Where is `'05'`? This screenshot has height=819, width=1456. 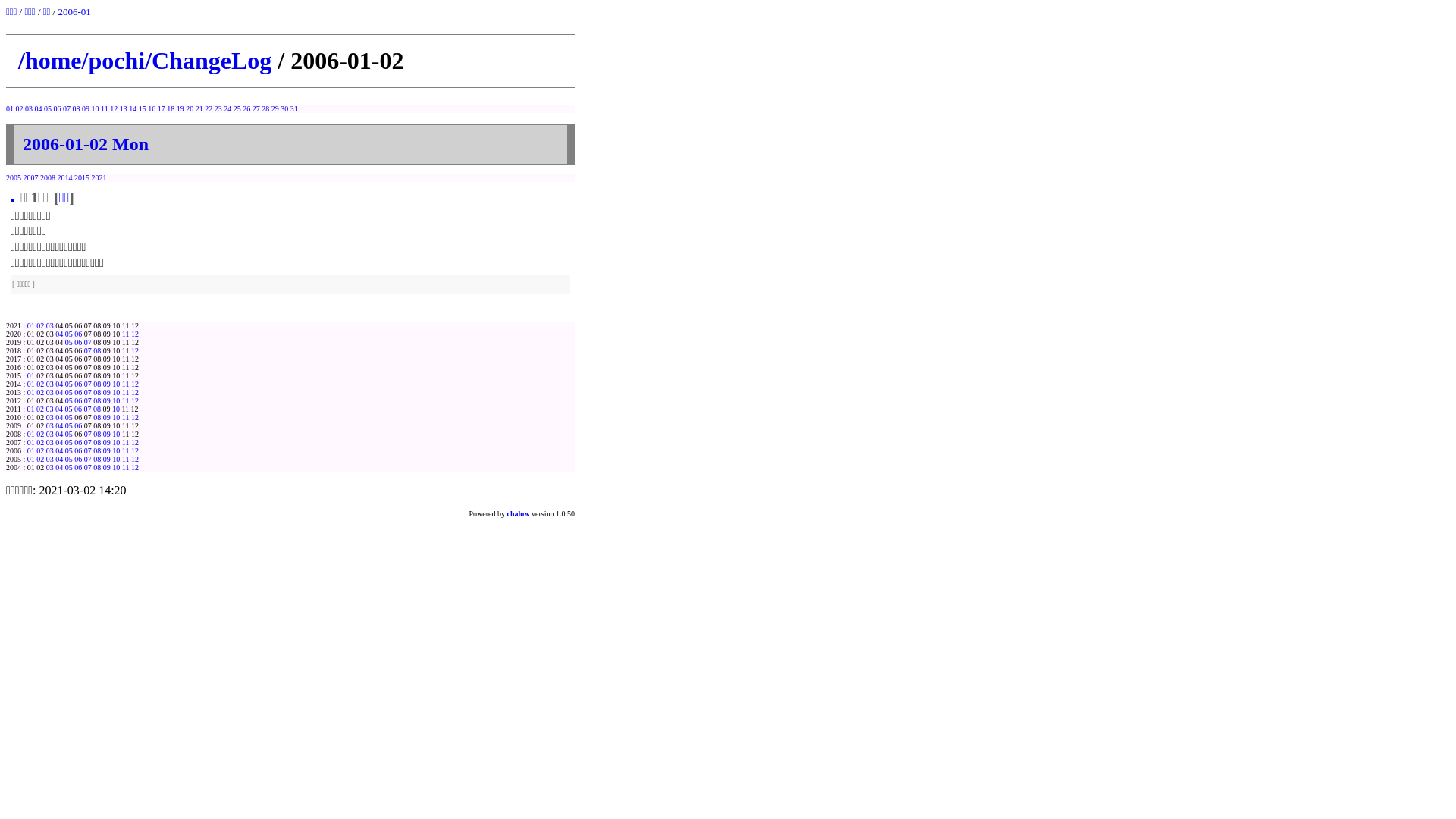 '05' is located at coordinates (64, 342).